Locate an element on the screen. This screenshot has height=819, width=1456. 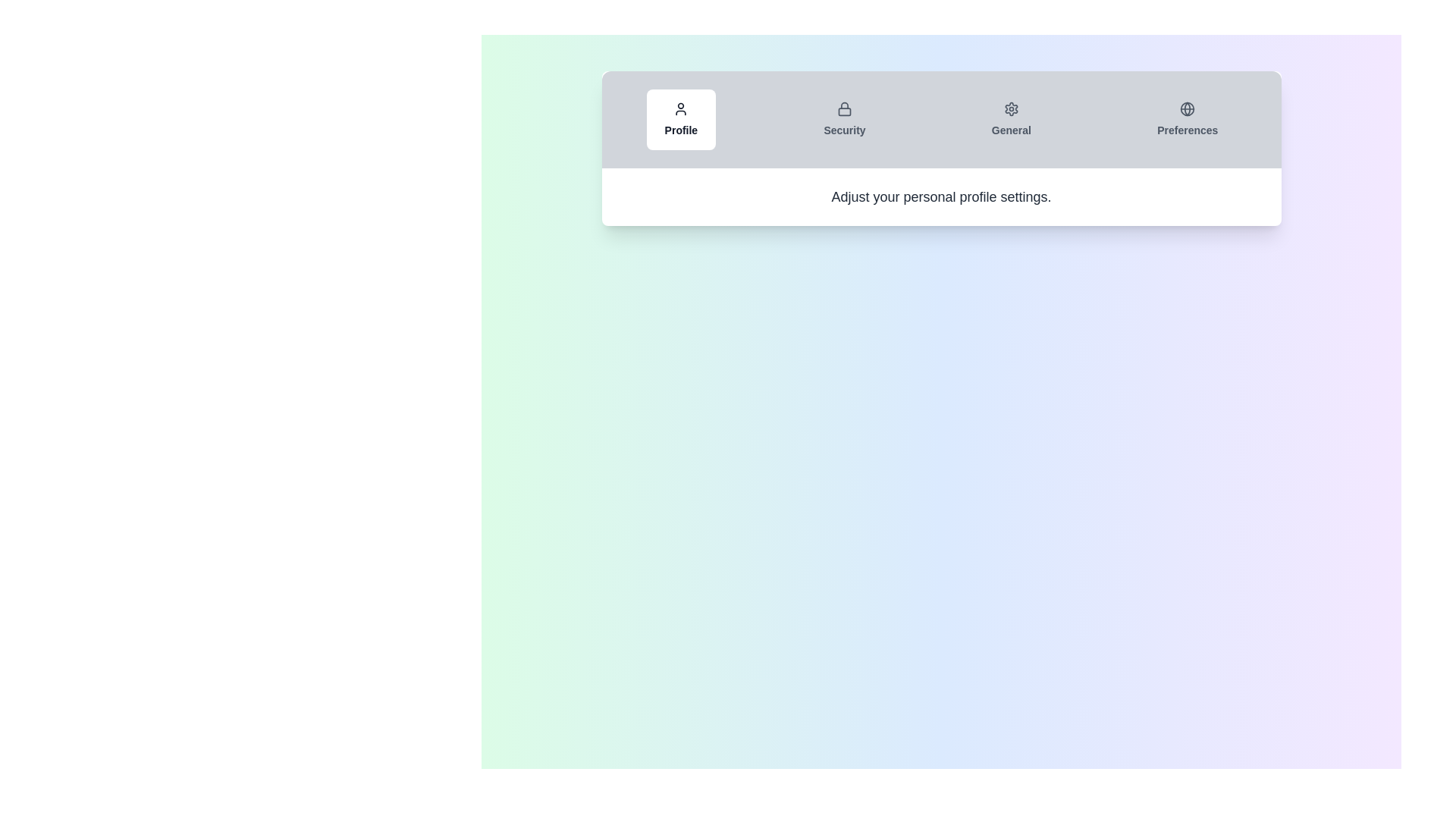
the Preferences tab to view its content is located at coordinates (1186, 119).